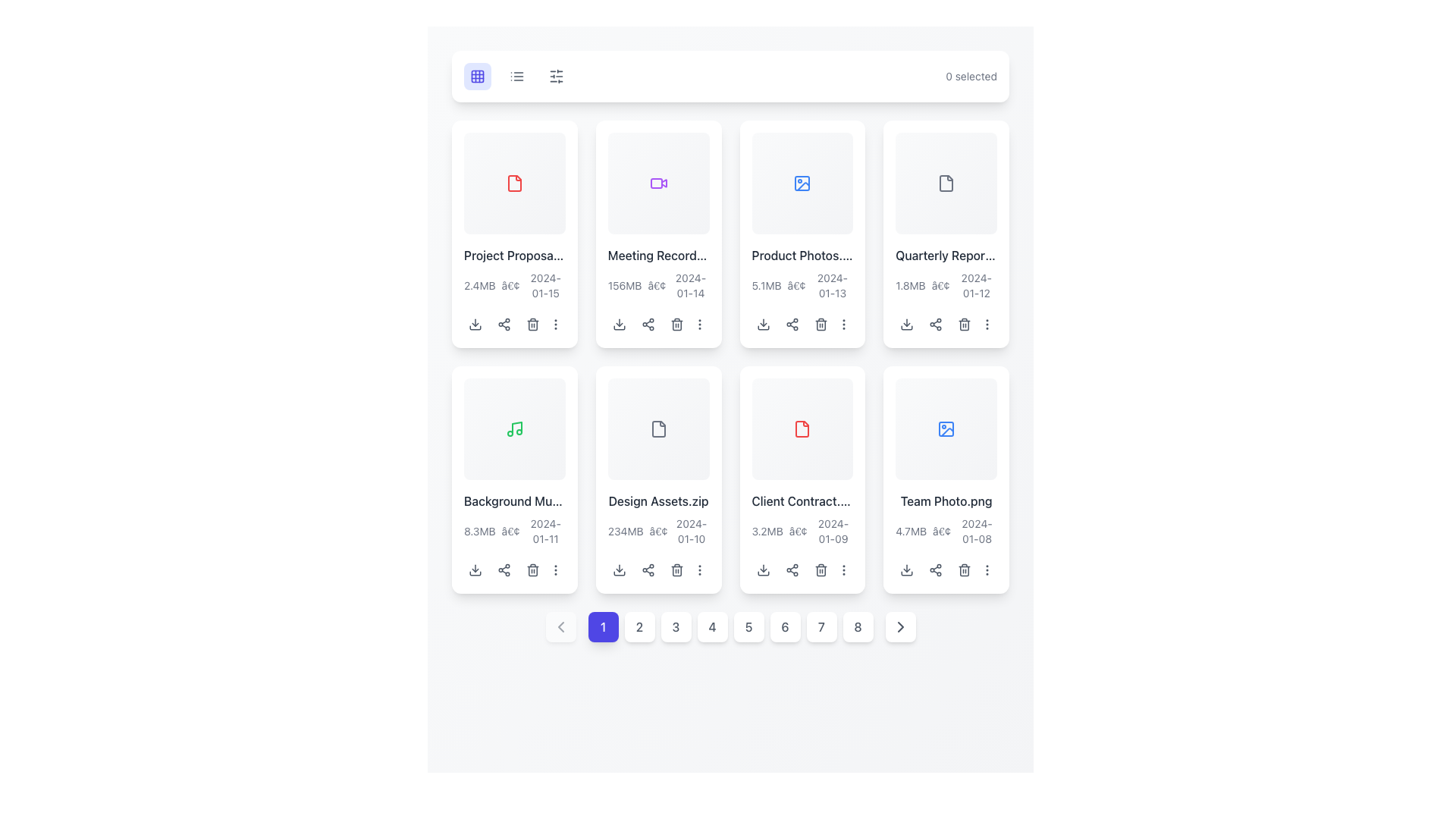 Image resolution: width=1456 pixels, height=819 pixels. What do you see at coordinates (532, 570) in the screenshot?
I see `the trash icon located at the bottom of the 'Background Music.mp3' file card` at bounding box center [532, 570].